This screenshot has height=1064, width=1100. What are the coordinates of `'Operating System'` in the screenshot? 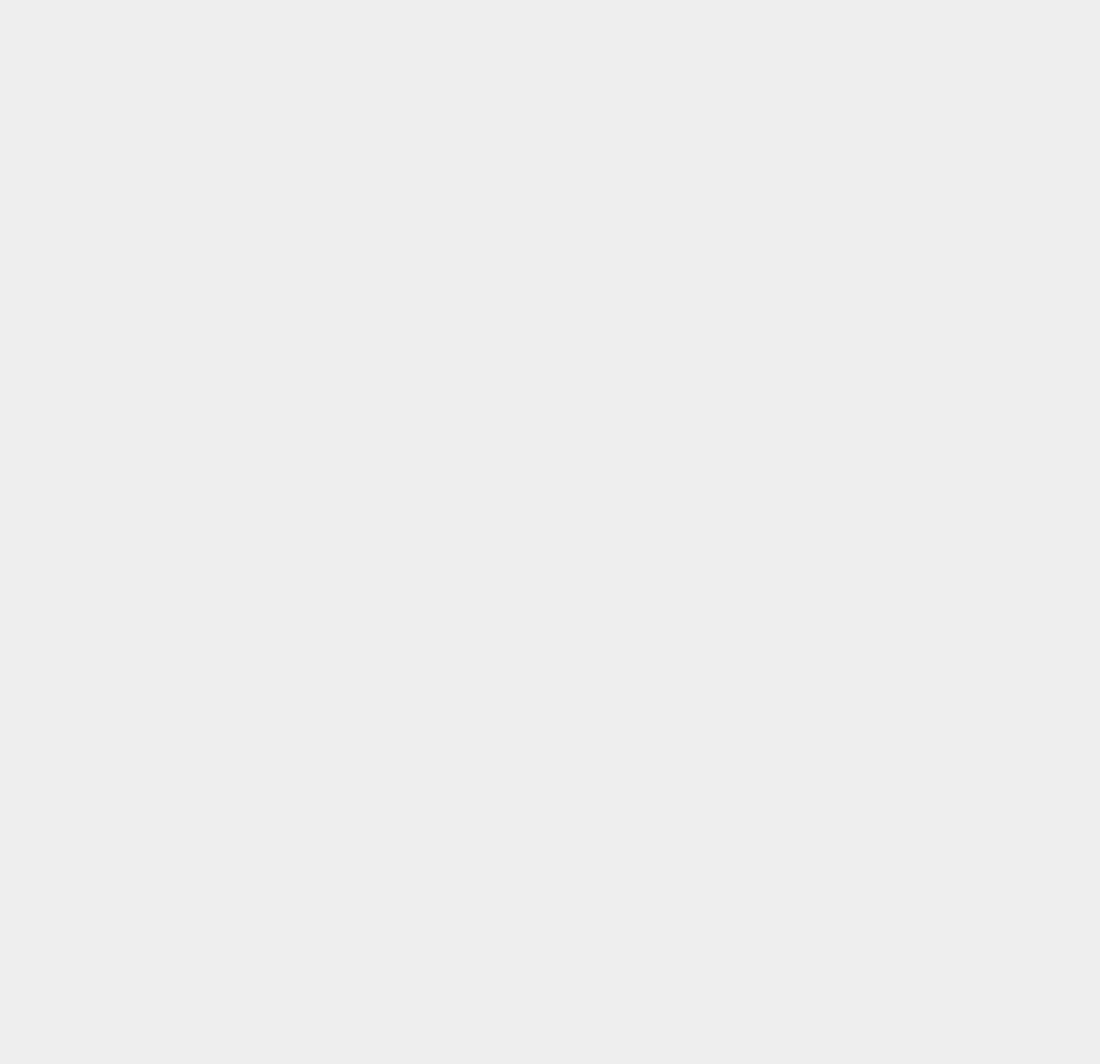 It's located at (778, 55).